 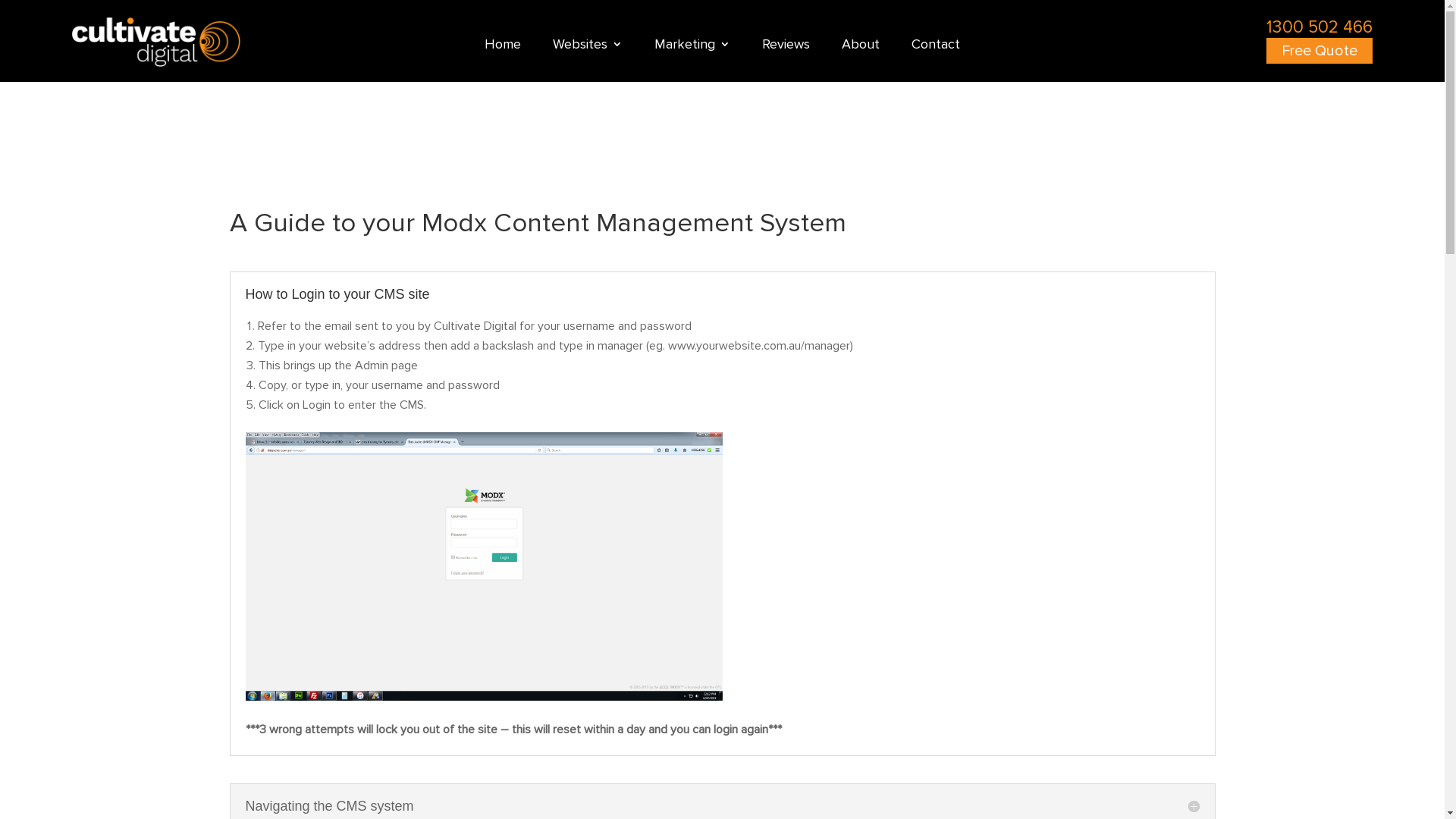 What do you see at coordinates (691, 45) in the screenshot?
I see `'Marketing'` at bounding box center [691, 45].